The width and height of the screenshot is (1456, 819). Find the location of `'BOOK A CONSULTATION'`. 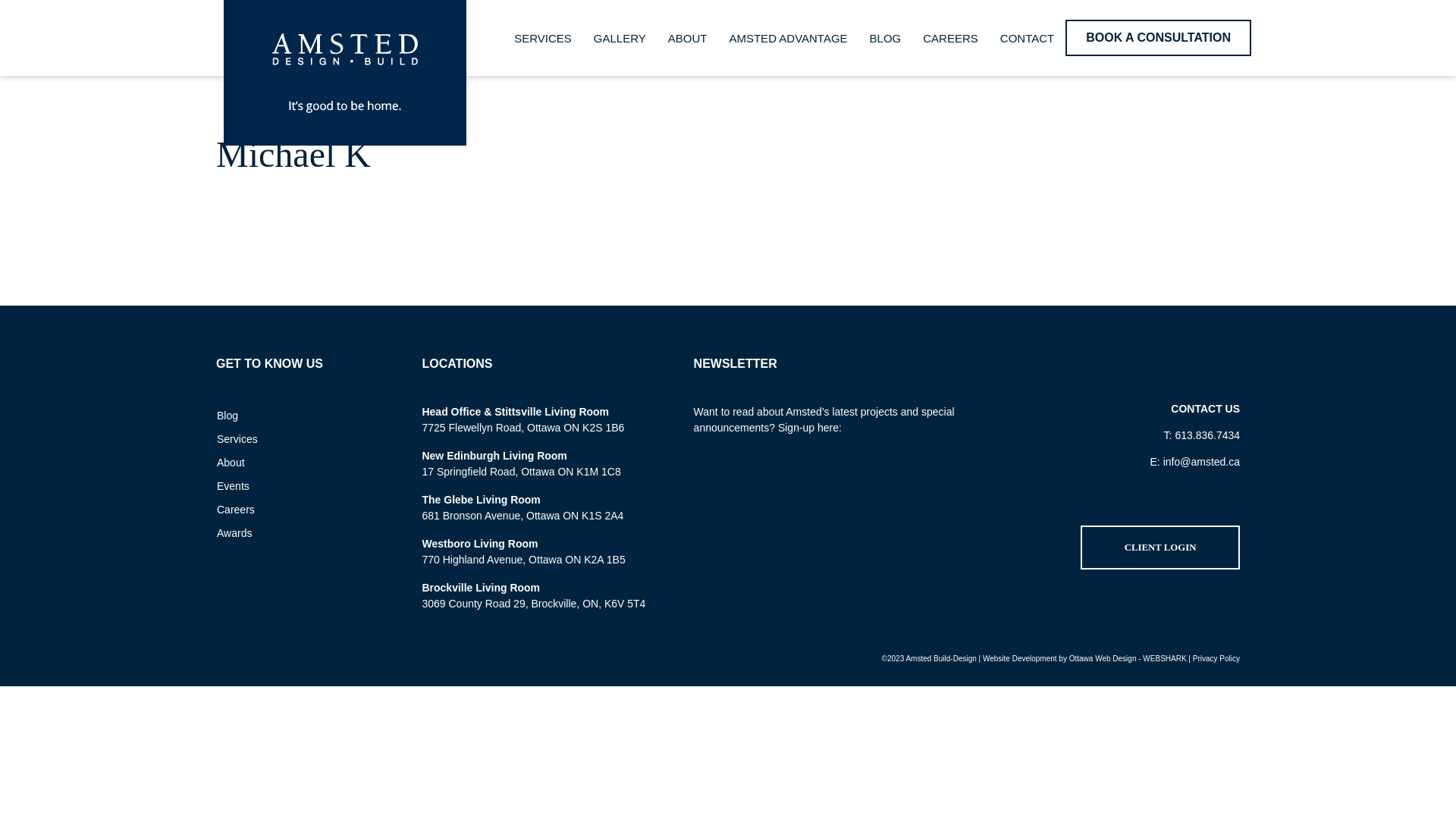

'BOOK A CONSULTATION' is located at coordinates (1065, 37).